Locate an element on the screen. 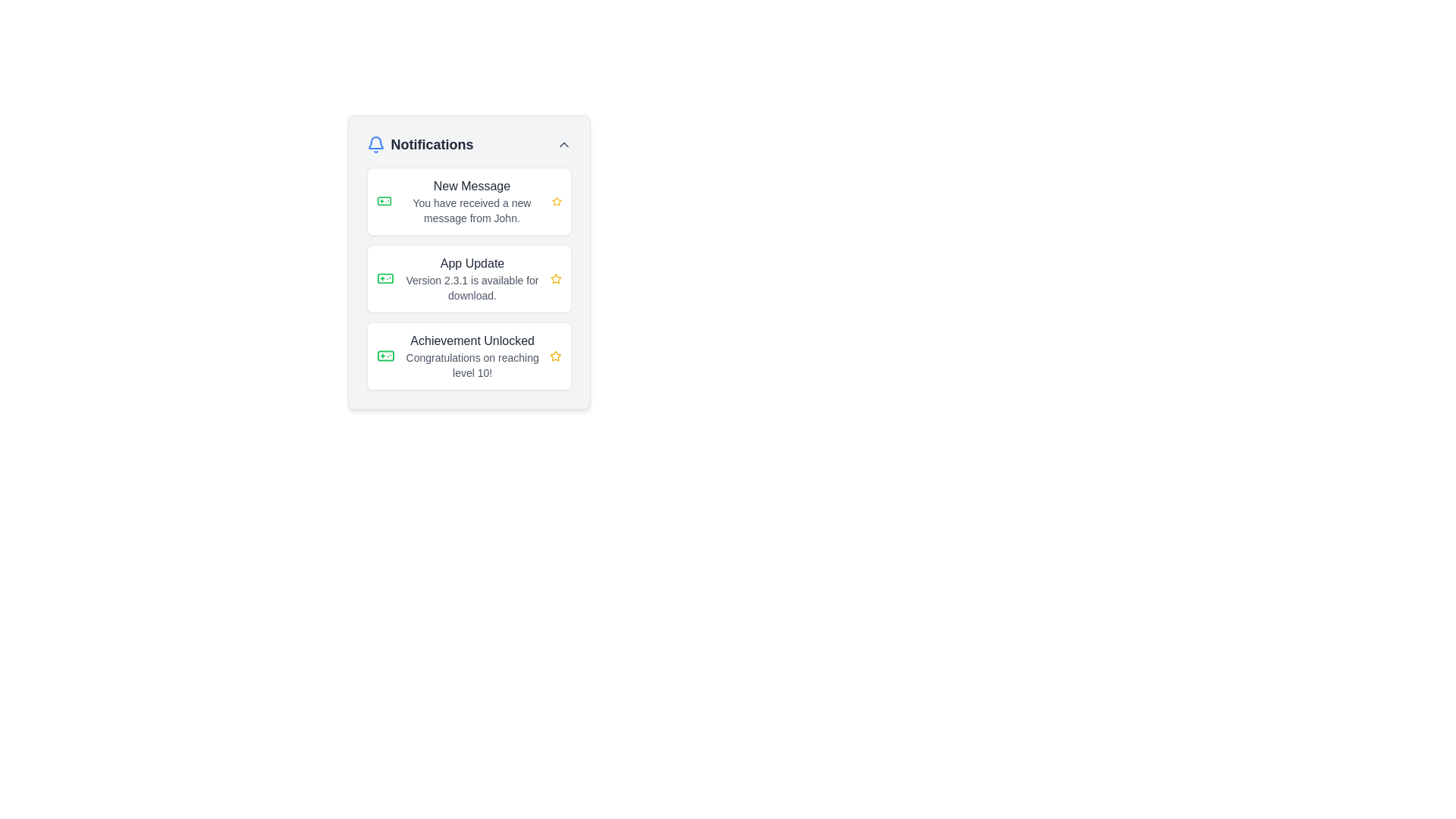 The image size is (1456, 819). the favorite star icon located at the extreme right side of the 'New Message' notification is located at coordinates (556, 201).